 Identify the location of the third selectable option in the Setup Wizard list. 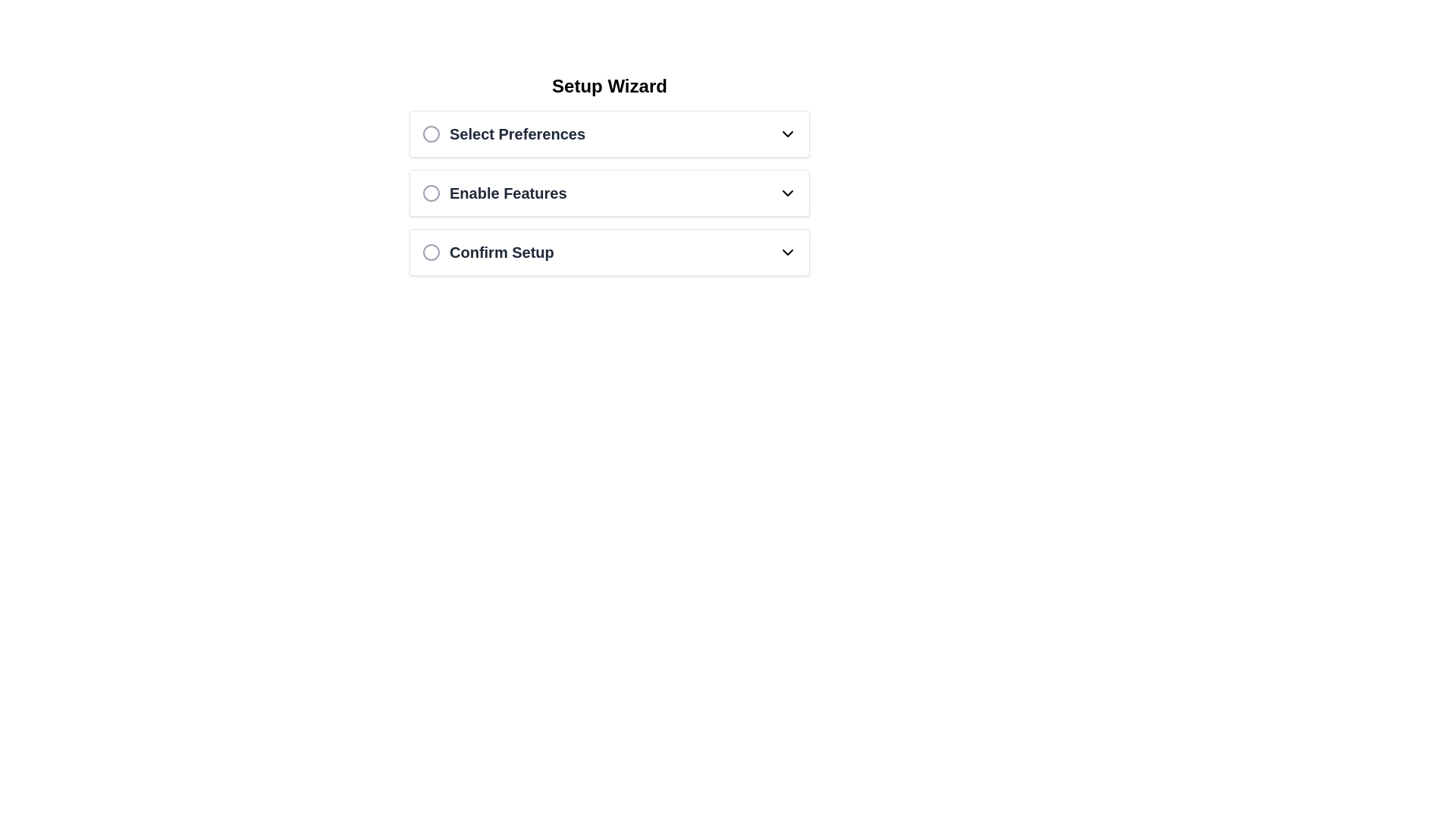
(488, 251).